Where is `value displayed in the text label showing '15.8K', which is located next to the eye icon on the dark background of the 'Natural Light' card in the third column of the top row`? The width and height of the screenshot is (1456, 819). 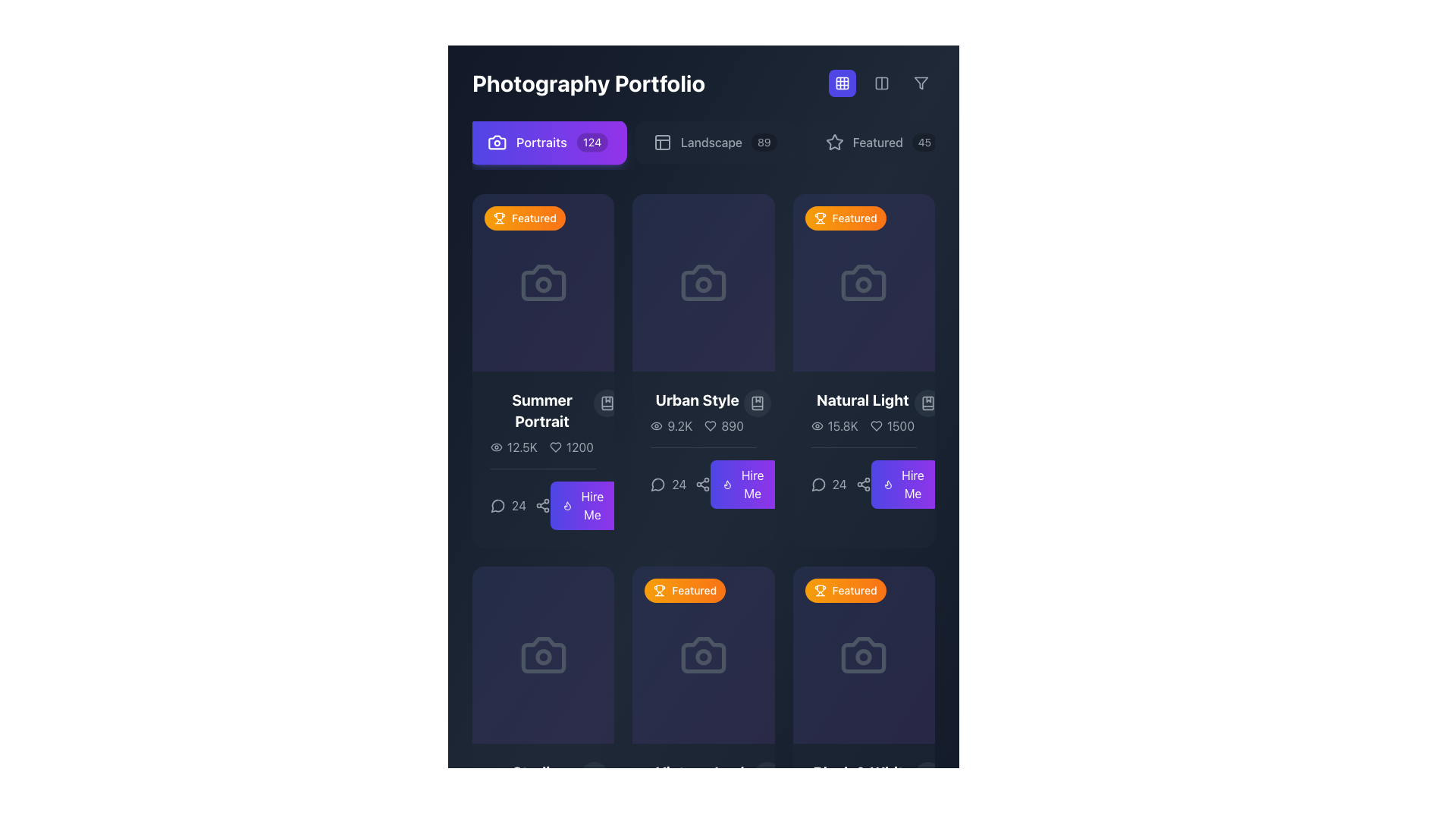
value displayed in the text label showing '15.8K', which is located next to the eye icon on the dark background of the 'Natural Light' card in the third column of the top row is located at coordinates (842, 426).